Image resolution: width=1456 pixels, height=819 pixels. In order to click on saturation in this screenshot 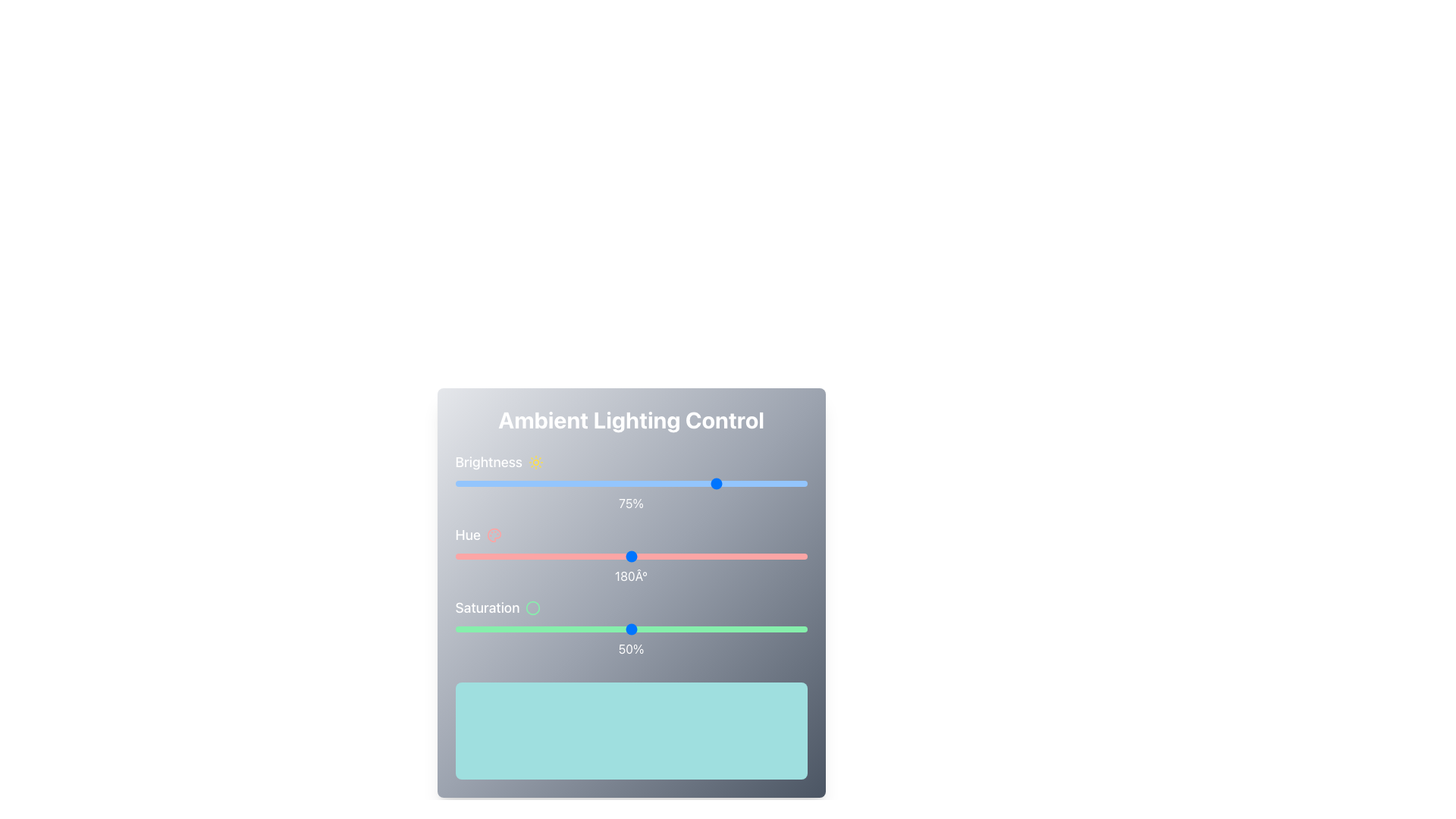, I will do `click(786, 629)`.